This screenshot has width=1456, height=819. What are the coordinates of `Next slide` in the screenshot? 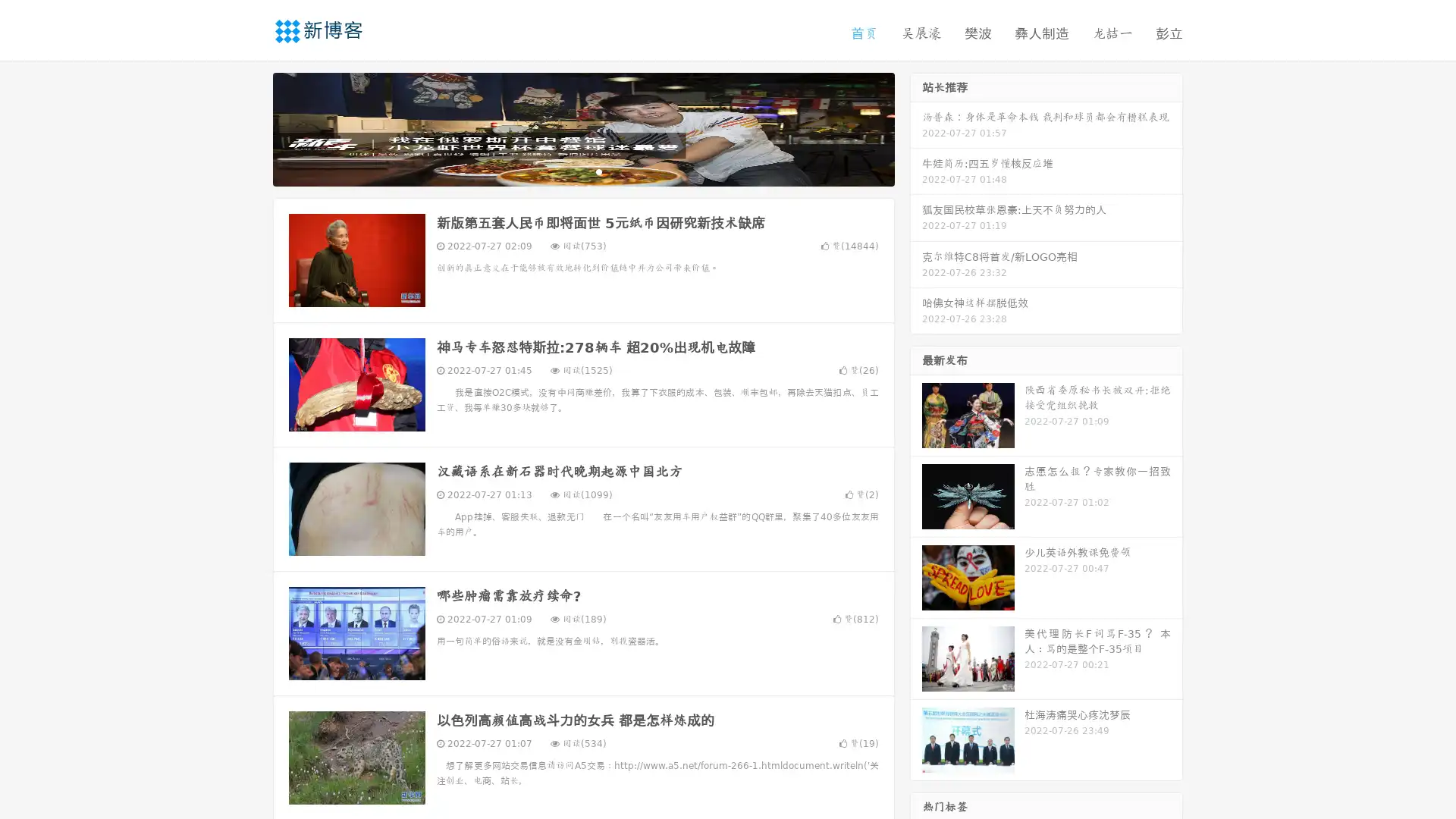 It's located at (916, 127).